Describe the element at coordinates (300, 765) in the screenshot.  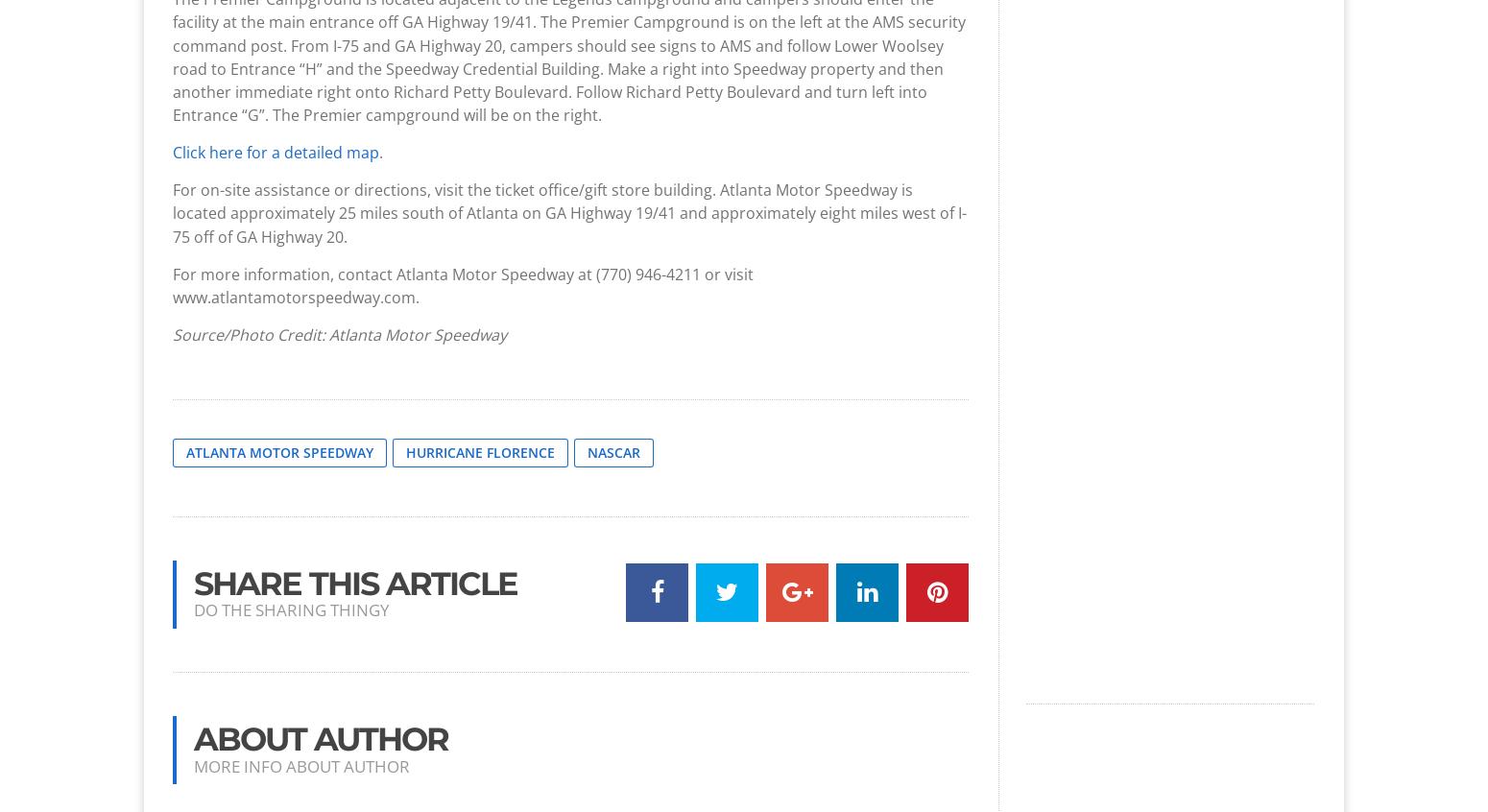
I see `'More info about author'` at that location.